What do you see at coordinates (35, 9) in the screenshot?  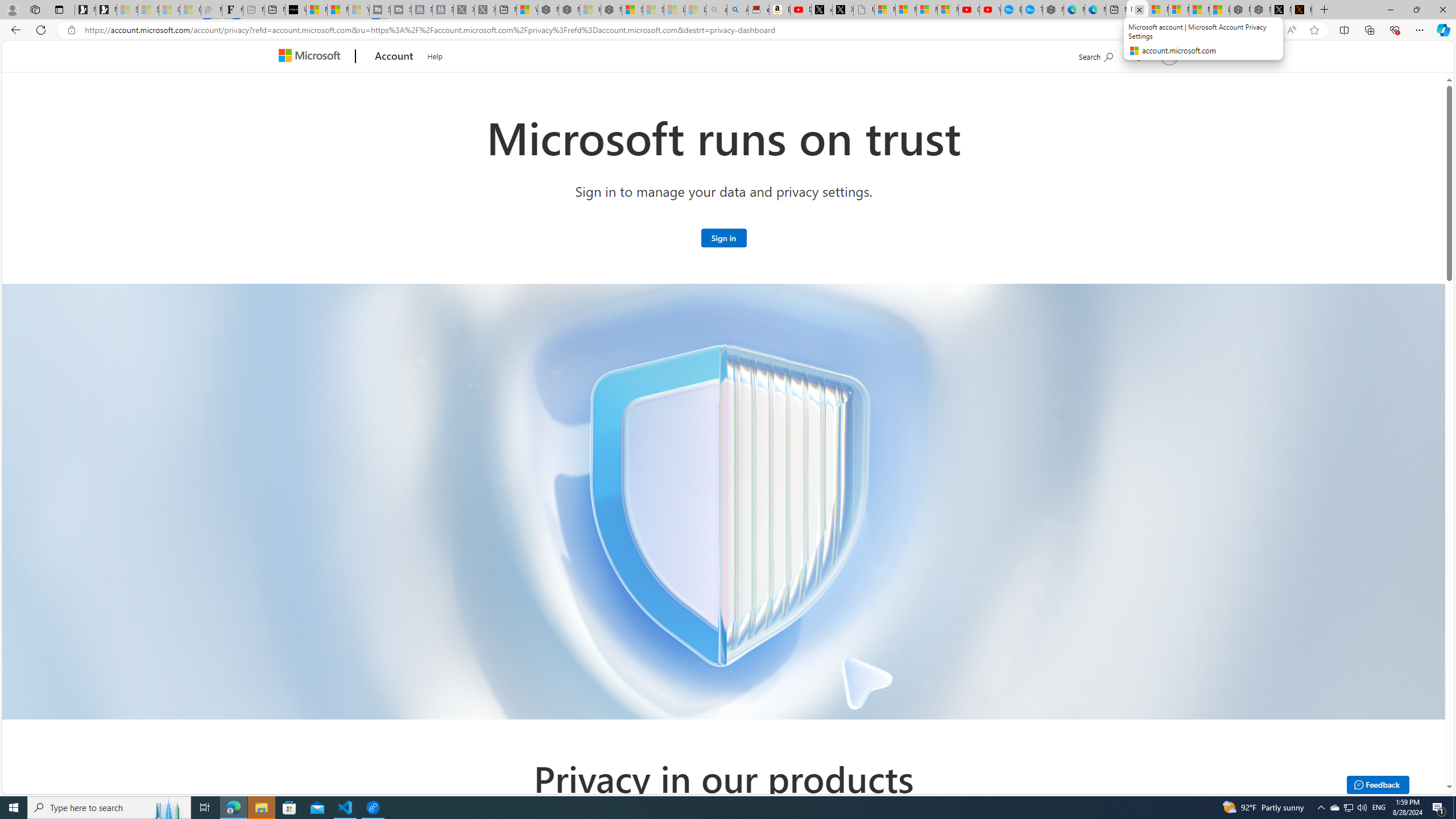 I see `'Workspaces'` at bounding box center [35, 9].